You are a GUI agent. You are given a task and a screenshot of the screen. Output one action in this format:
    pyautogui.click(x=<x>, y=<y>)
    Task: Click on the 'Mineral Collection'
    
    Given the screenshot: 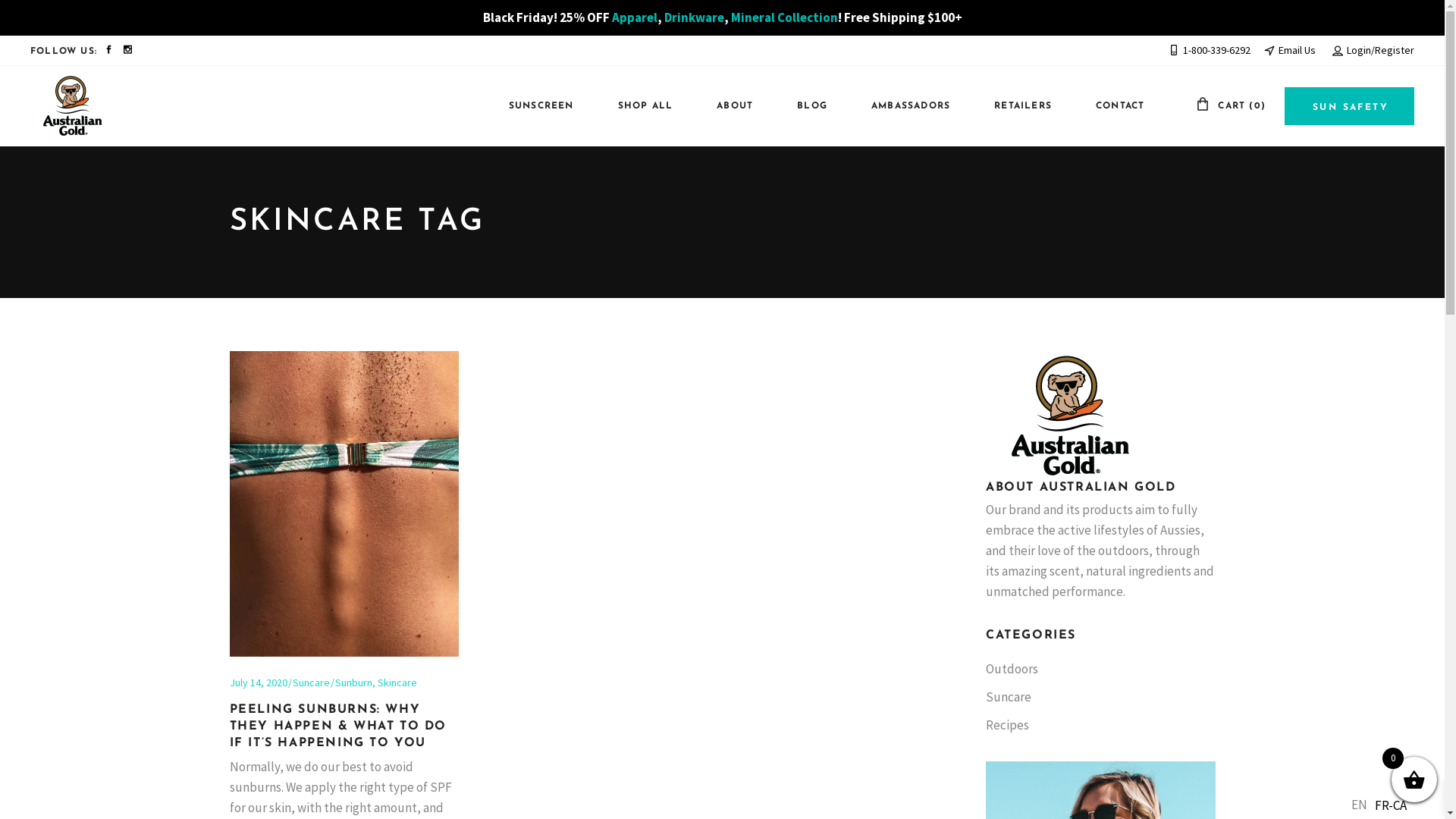 What is the action you would take?
    pyautogui.click(x=784, y=17)
    